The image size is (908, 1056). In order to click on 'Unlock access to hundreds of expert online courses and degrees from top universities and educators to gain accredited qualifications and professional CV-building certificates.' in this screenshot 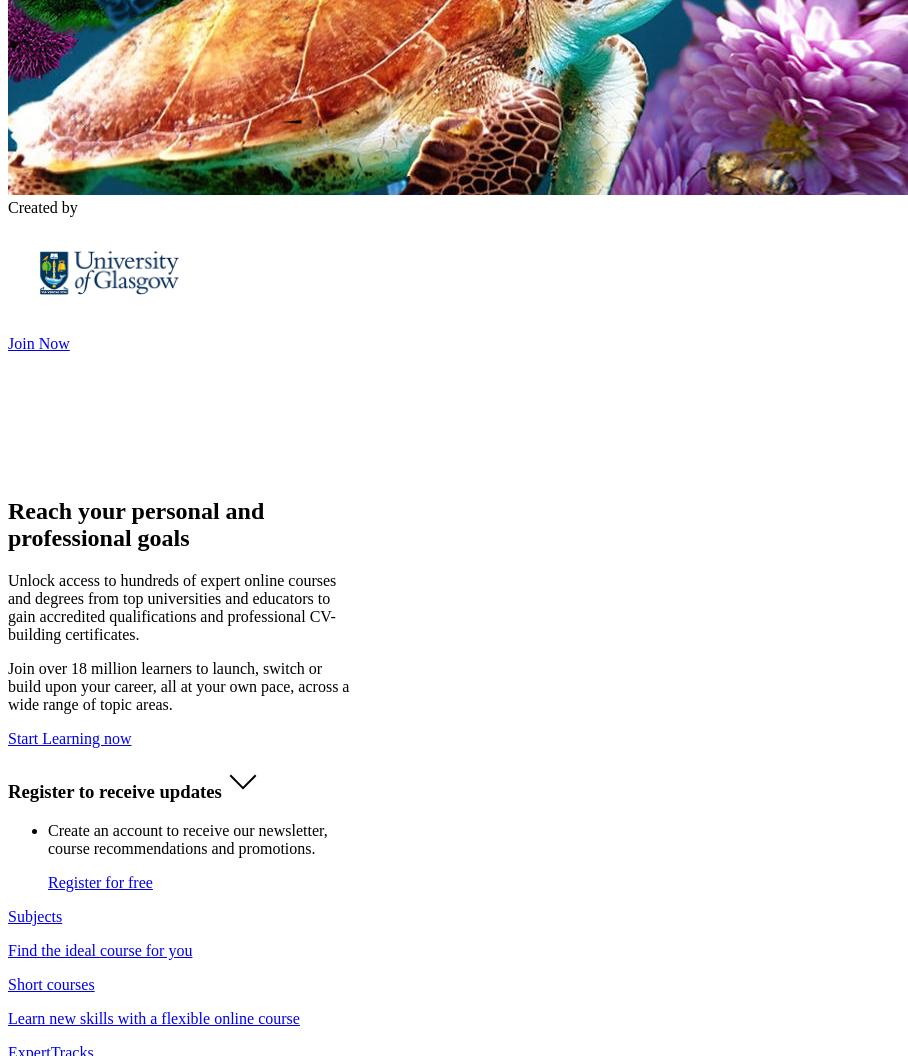, I will do `click(170, 605)`.